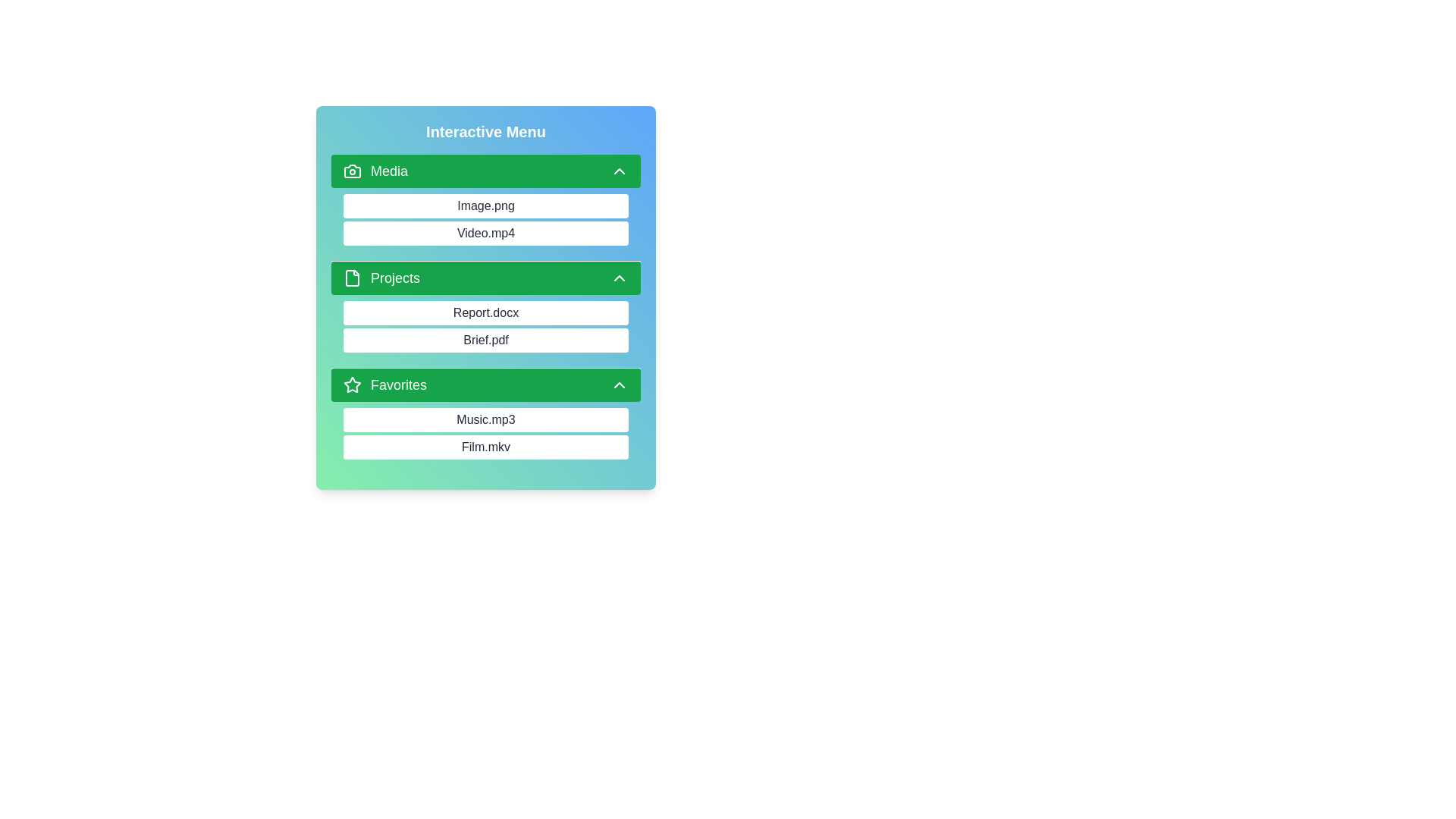 This screenshot has height=819, width=1456. I want to click on the item Image.png from the category Media, so click(342, 206).